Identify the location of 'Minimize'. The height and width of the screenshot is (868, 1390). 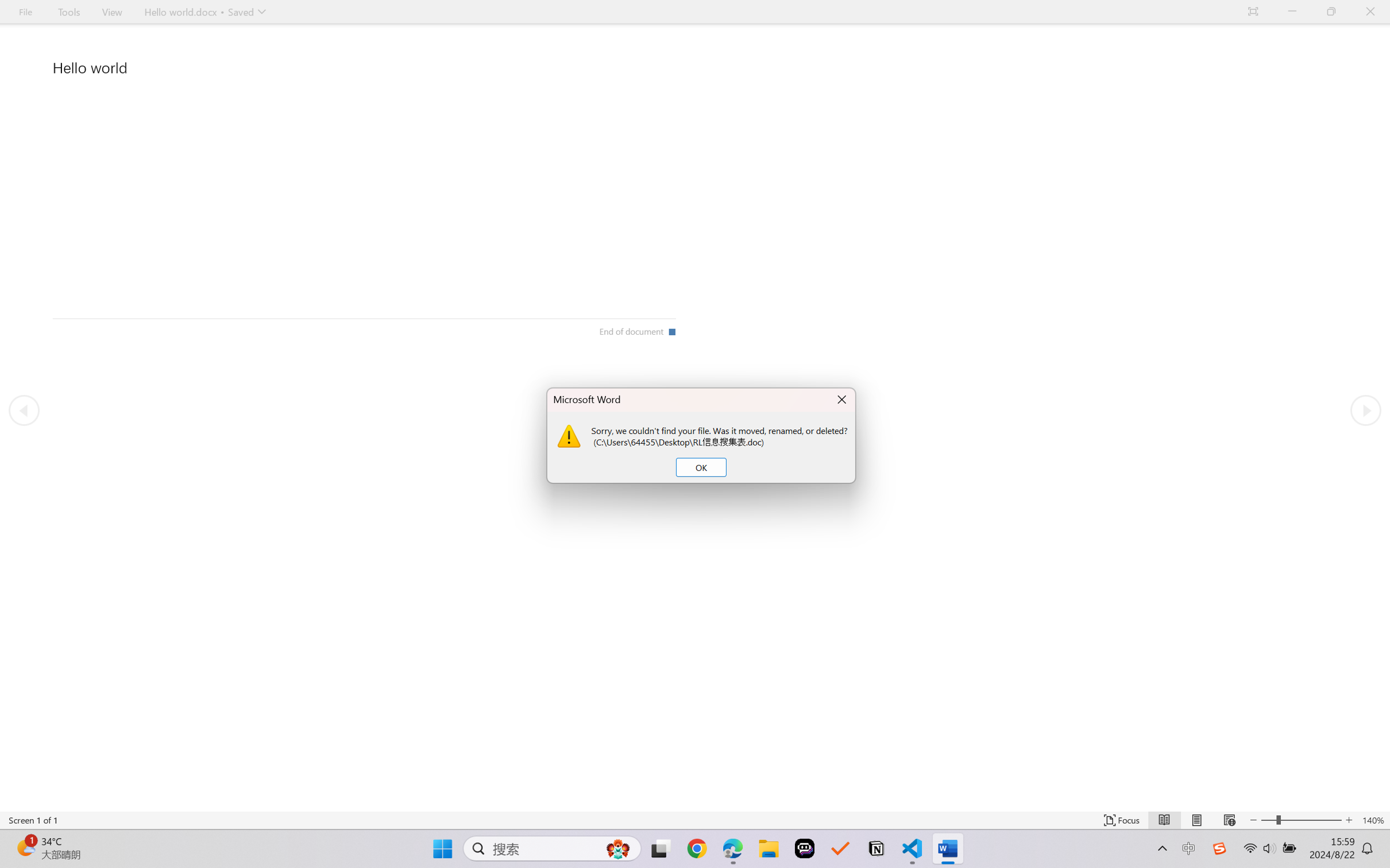
(1292, 11).